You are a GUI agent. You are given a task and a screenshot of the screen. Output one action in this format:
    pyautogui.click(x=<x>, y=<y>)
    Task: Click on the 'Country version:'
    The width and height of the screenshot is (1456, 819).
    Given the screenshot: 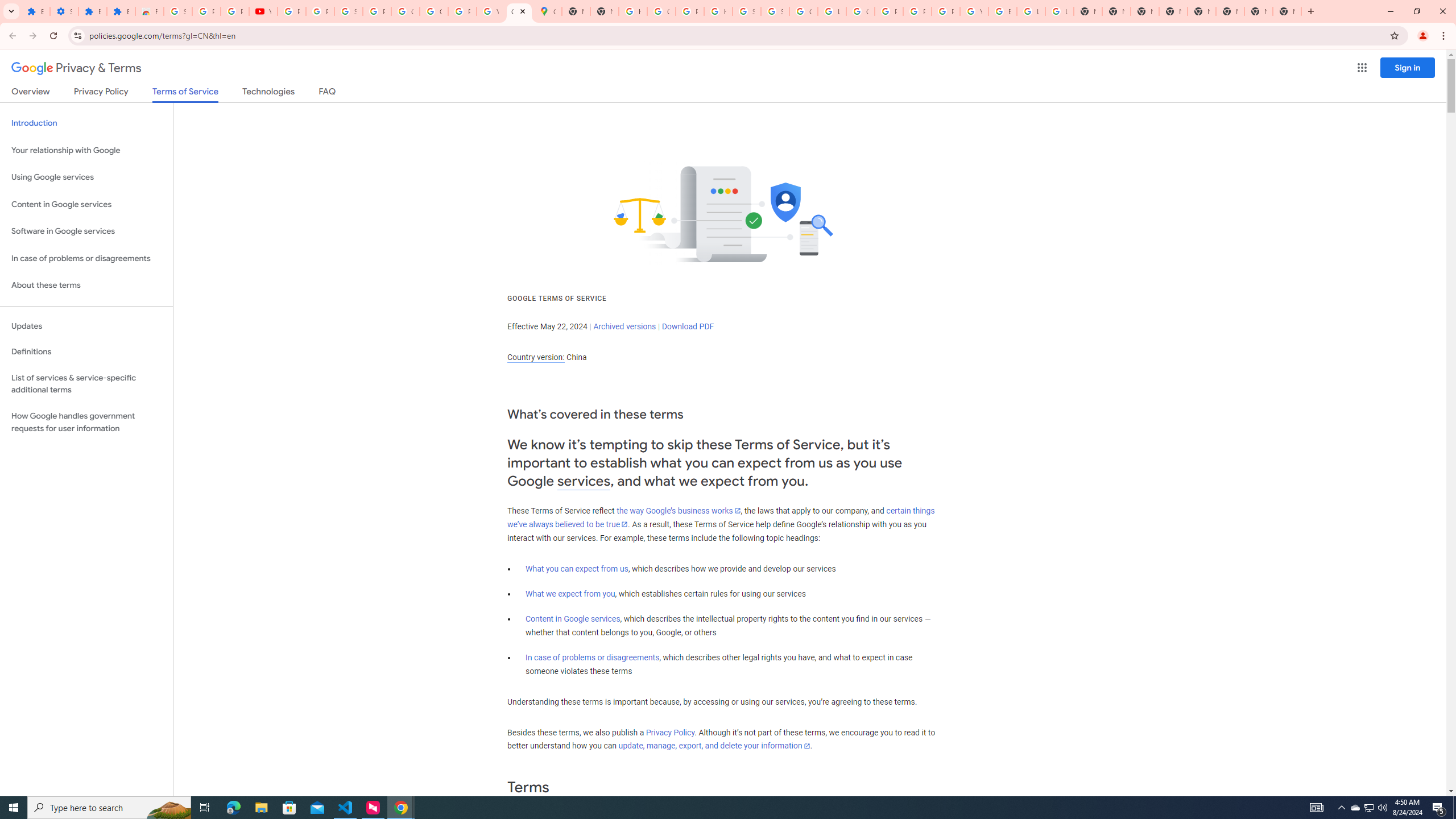 What is the action you would take?
    pyautogui.click(x=535, y=357)
    